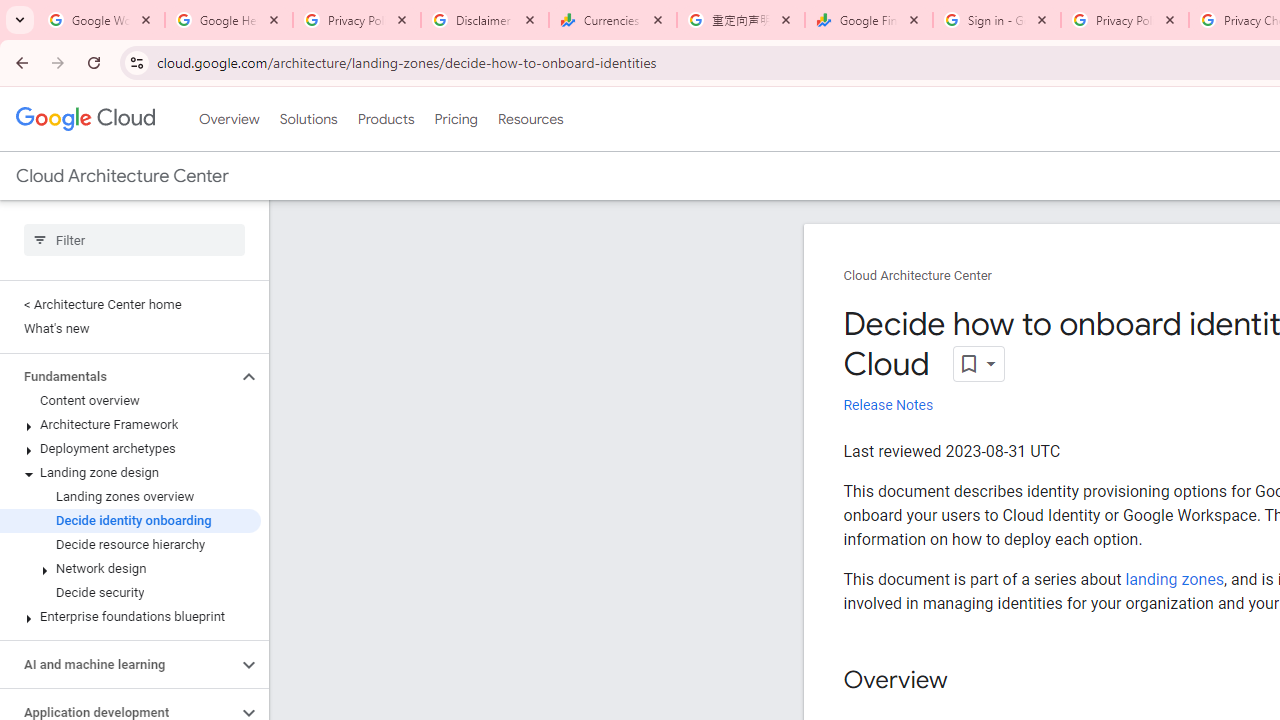 Image resolution: width=1280 pixels, height=720 pixels. I want to click on 'Enterprise foundations blueprint', so click(129, 616).